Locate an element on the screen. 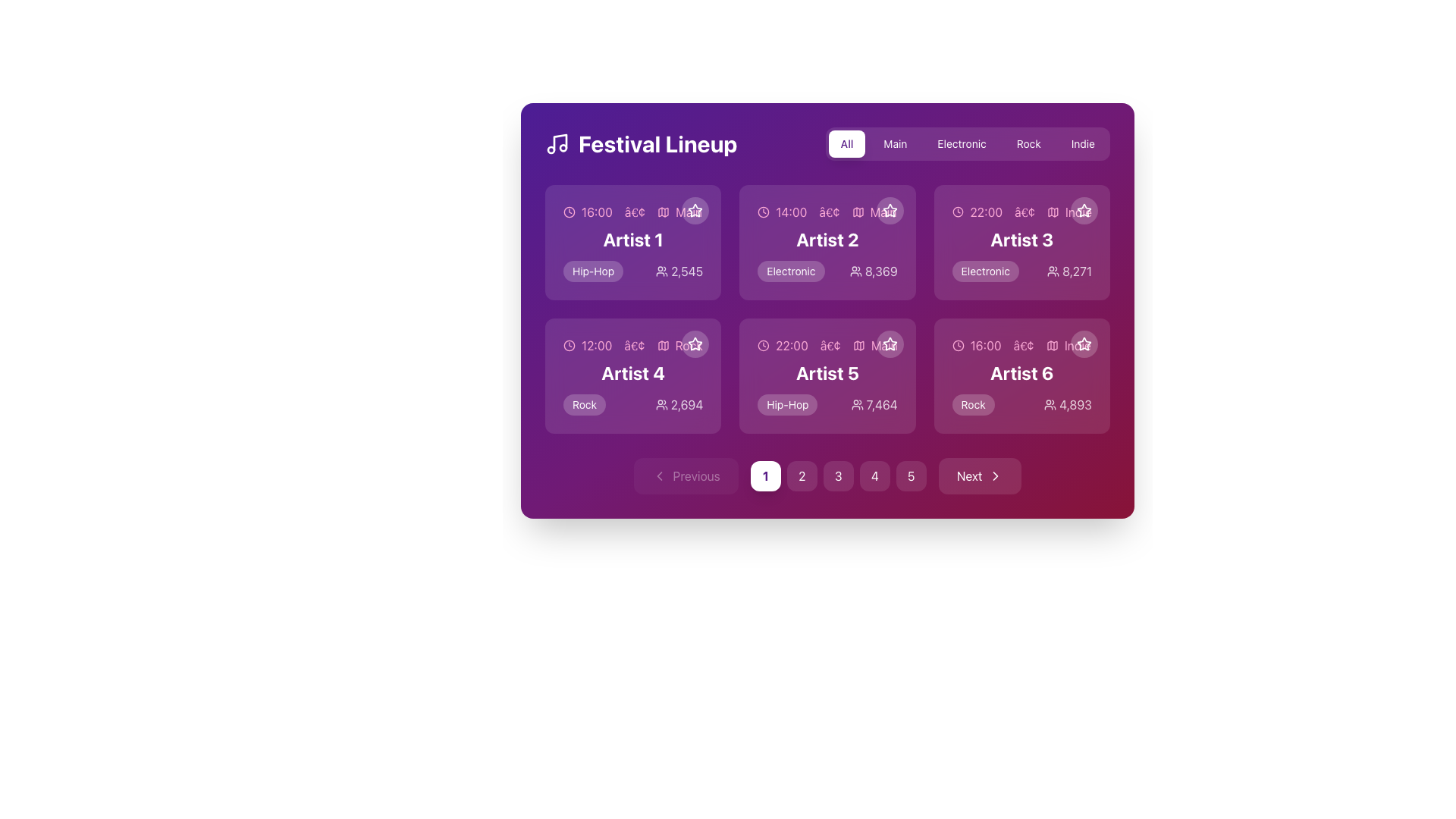  the 'All' tab in the Tab Bar to filter content, which has a white background and purple text, located below 'Festival Lineup' is located at coordinates (827, 143).